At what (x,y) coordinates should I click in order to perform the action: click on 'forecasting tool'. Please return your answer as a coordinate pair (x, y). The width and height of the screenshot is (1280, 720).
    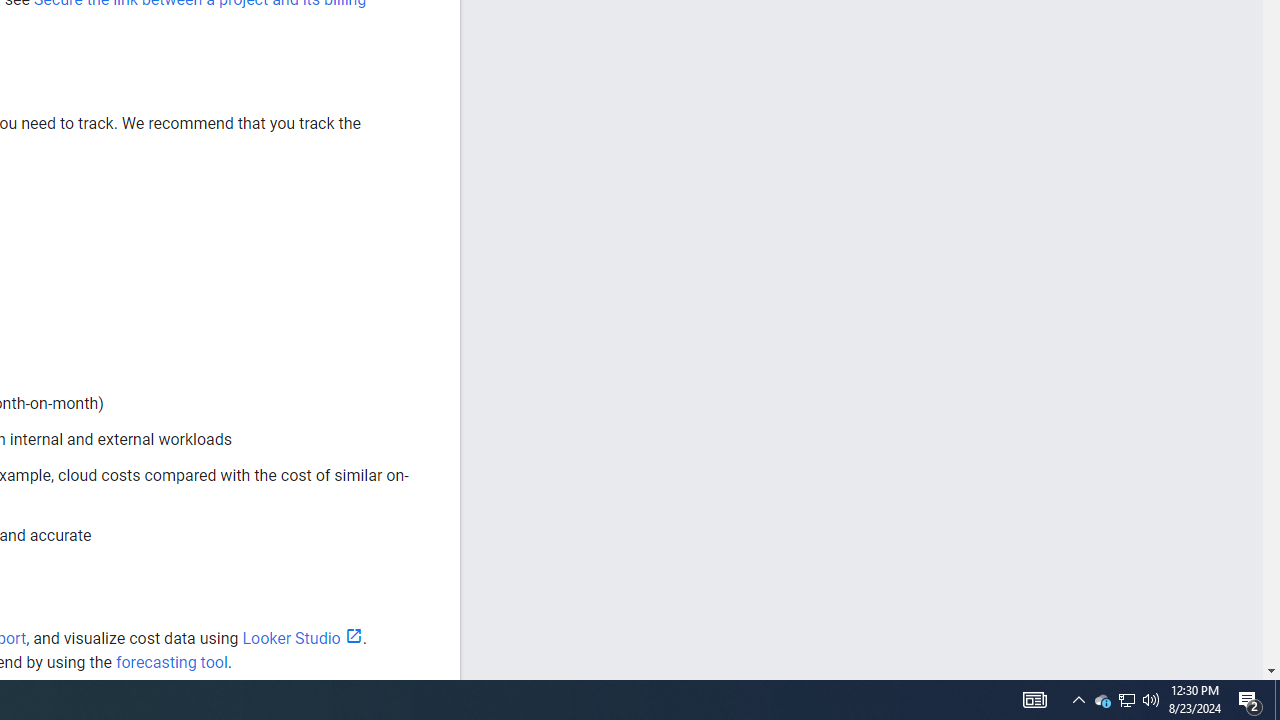
    Looking at the image, I should click on (171, 662).